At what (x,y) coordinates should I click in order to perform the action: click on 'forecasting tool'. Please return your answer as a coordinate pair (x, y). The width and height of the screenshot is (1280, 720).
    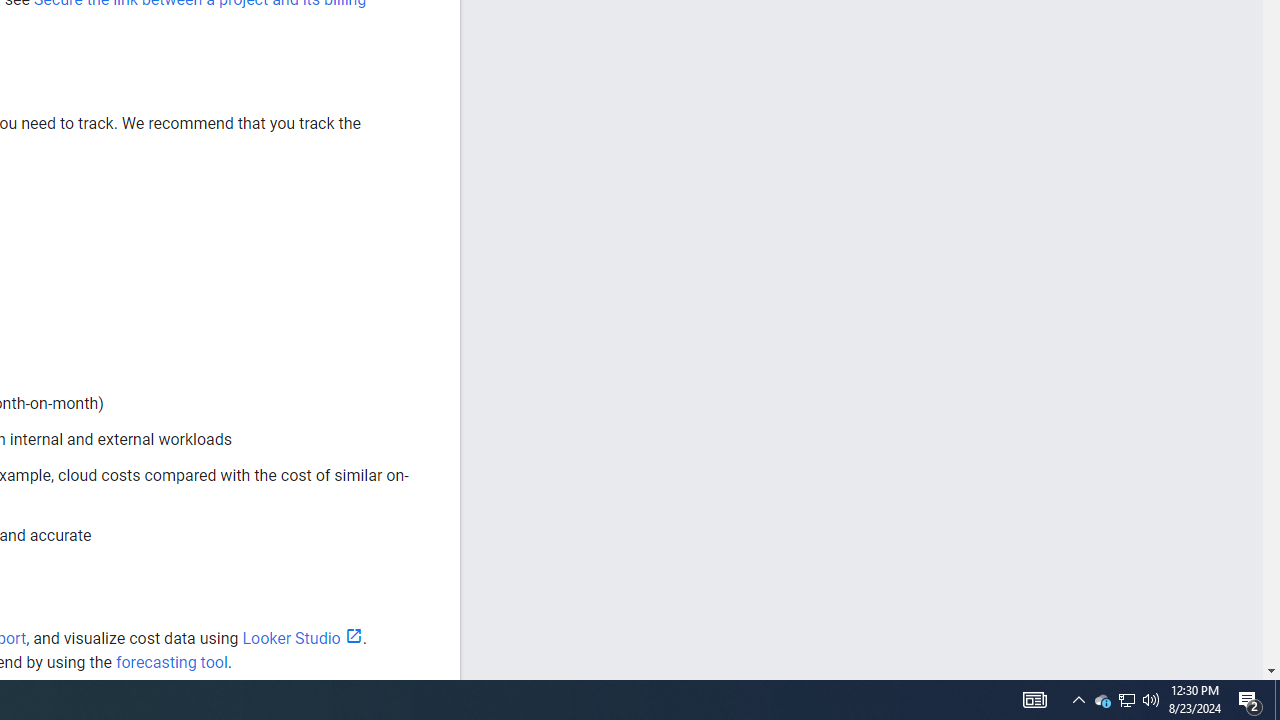
    Looking at the image, I should click on (171, 662).